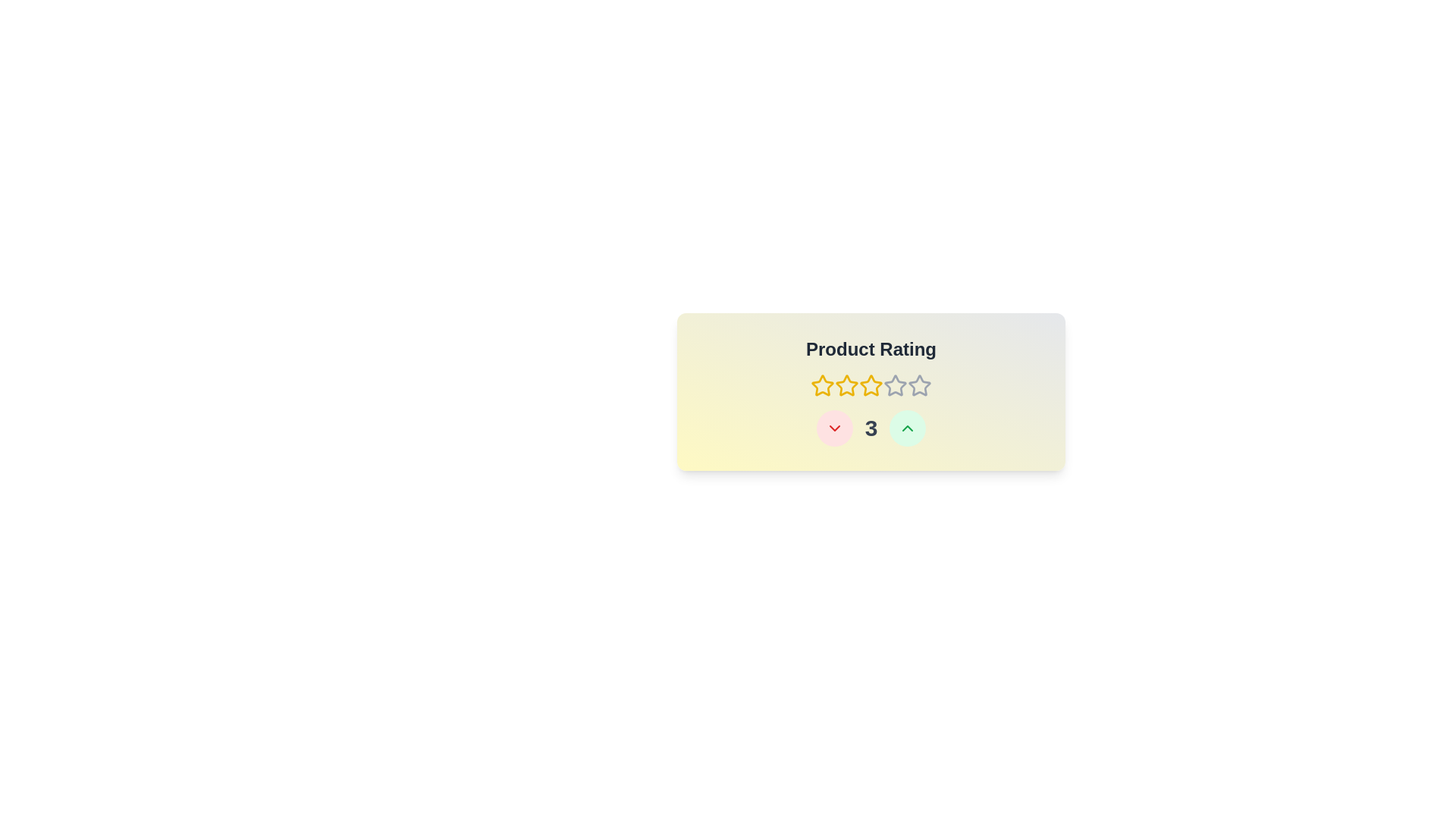  What do you see at coordinates (833, 428) in the screenshot?
I see `the button to the left of the numeric label '3' that allows users to decrement the displayed value` at bounding box center [833, 428].